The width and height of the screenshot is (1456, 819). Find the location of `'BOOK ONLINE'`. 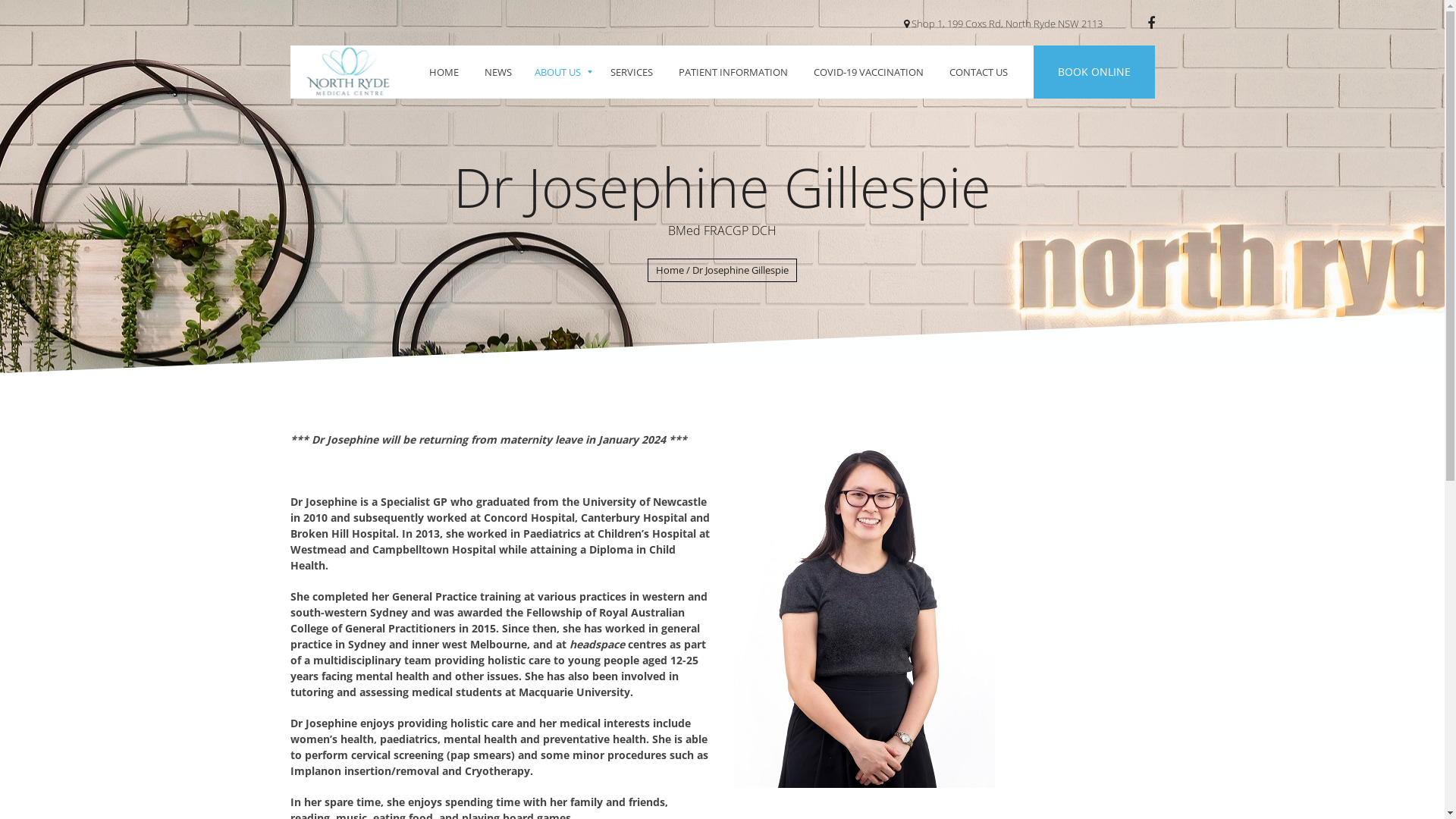

'BOOK ONLINE' is located at coordinates (1087, 72).